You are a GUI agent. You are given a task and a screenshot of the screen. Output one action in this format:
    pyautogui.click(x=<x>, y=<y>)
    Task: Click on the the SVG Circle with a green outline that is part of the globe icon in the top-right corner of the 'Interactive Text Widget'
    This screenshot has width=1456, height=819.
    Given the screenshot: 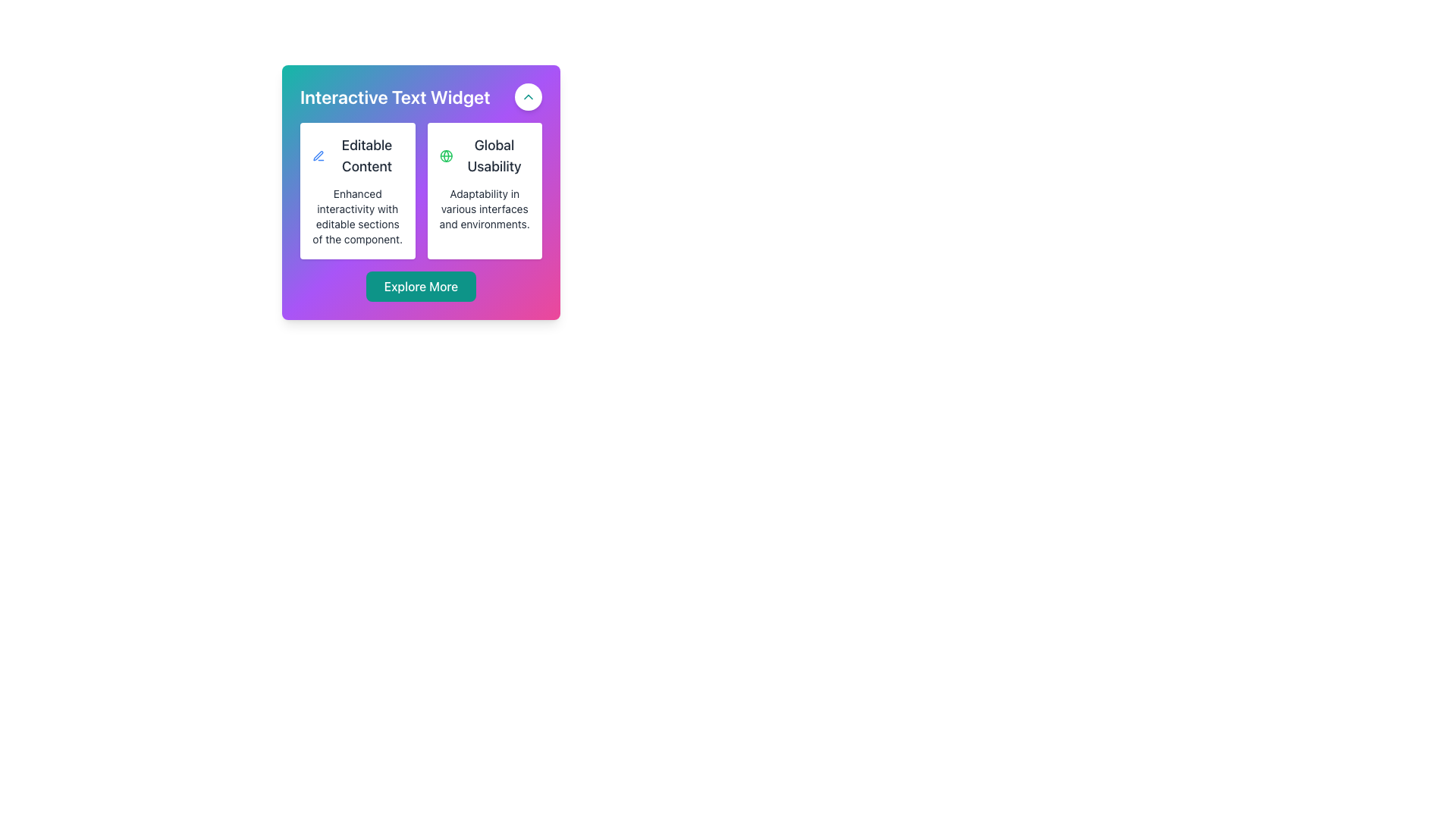 What is the action you would take?
    pyautogui.click(x=445, y=155)
    